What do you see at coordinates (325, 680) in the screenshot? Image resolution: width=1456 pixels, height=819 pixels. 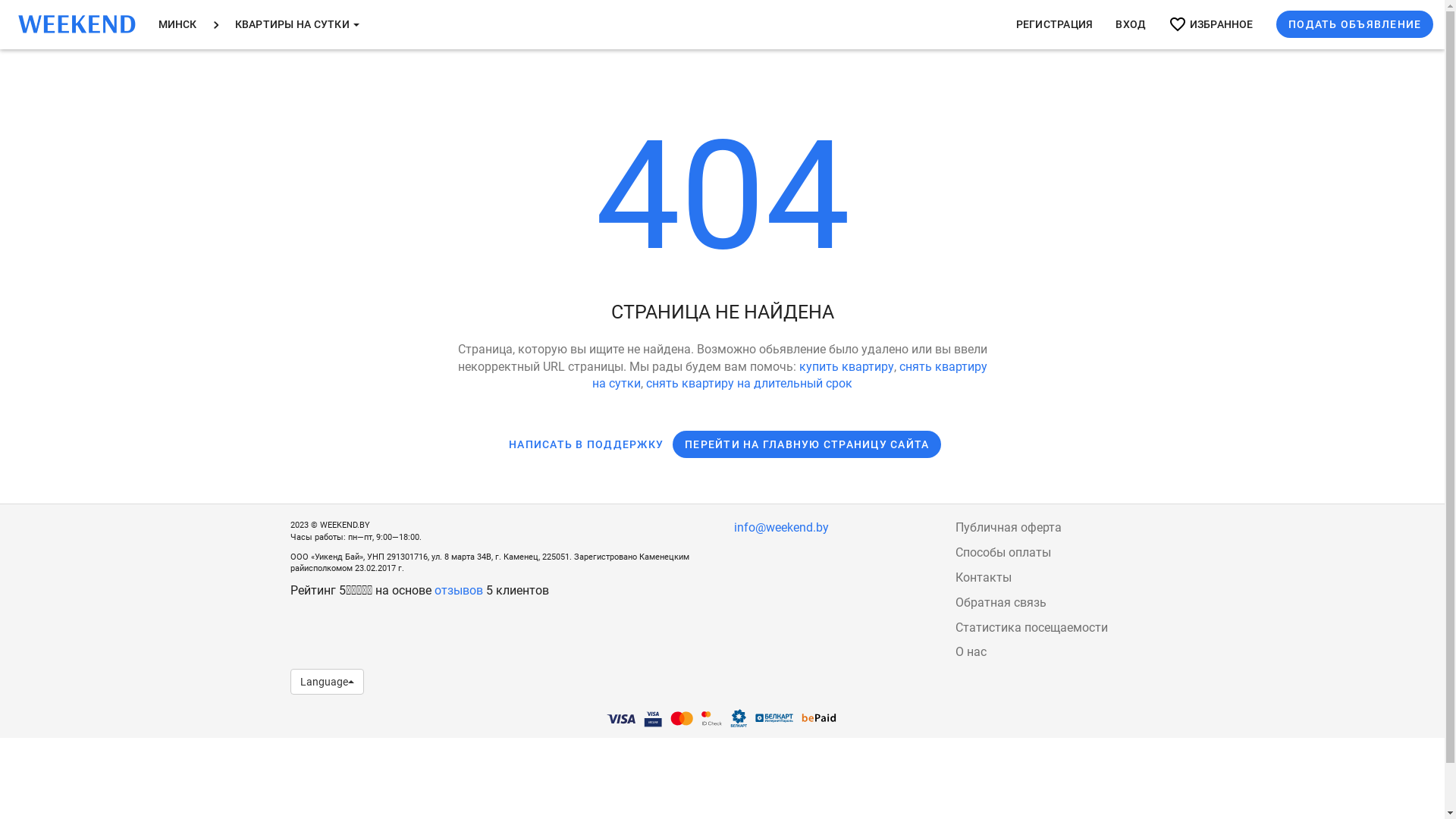 I see `'Language'` at bounding box center [325, 680].